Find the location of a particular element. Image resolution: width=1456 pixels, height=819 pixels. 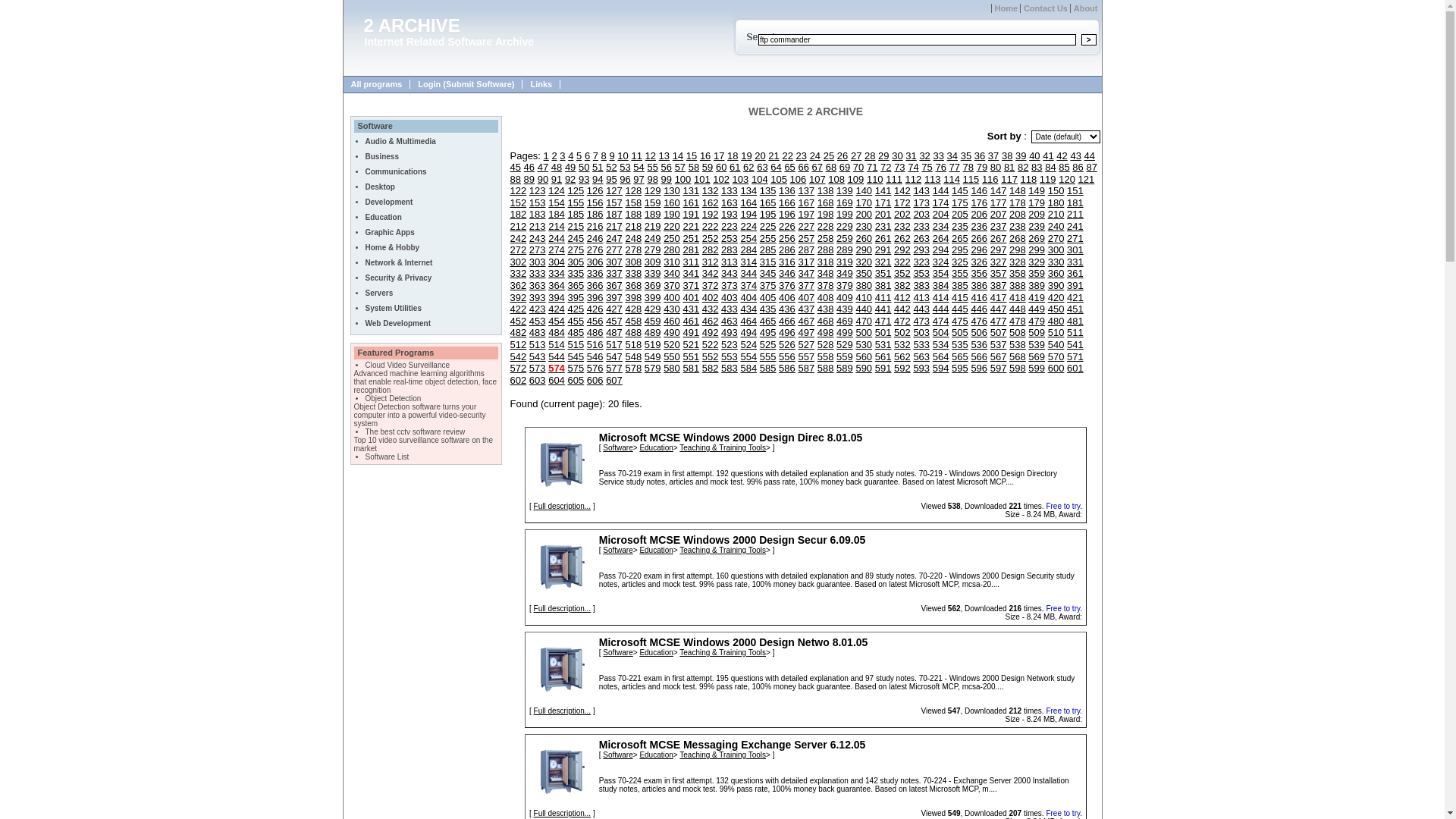

'319' is located at coordinates (843, 261).